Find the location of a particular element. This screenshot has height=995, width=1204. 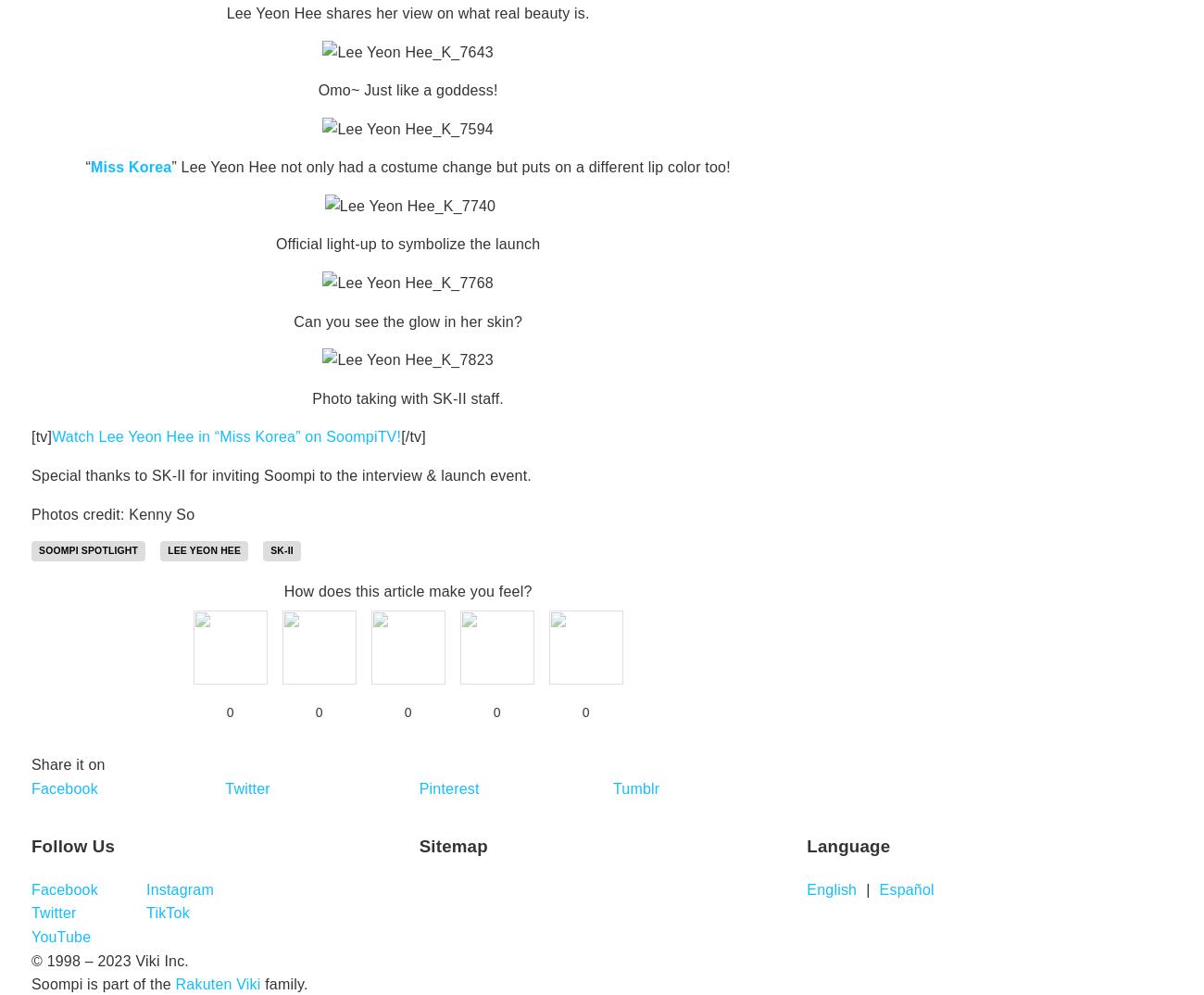

'Watch Lee Yeon Hee in “Miss Korea” on SoompiTV!' is located at coordinates (52, 435).